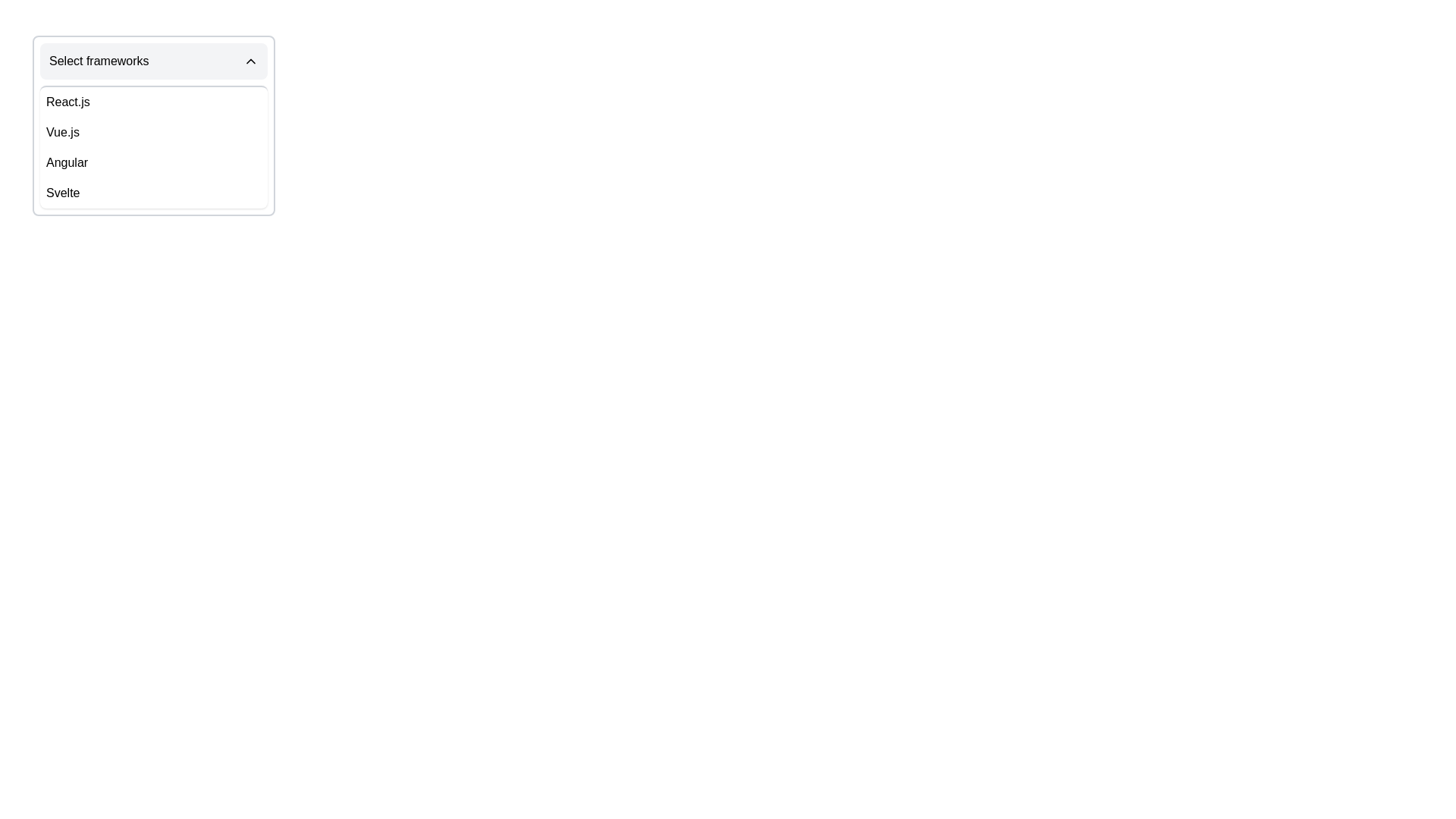  I want to click on the fourth item in the dropdown menu labeled 'Svelte', so click(153, 192).